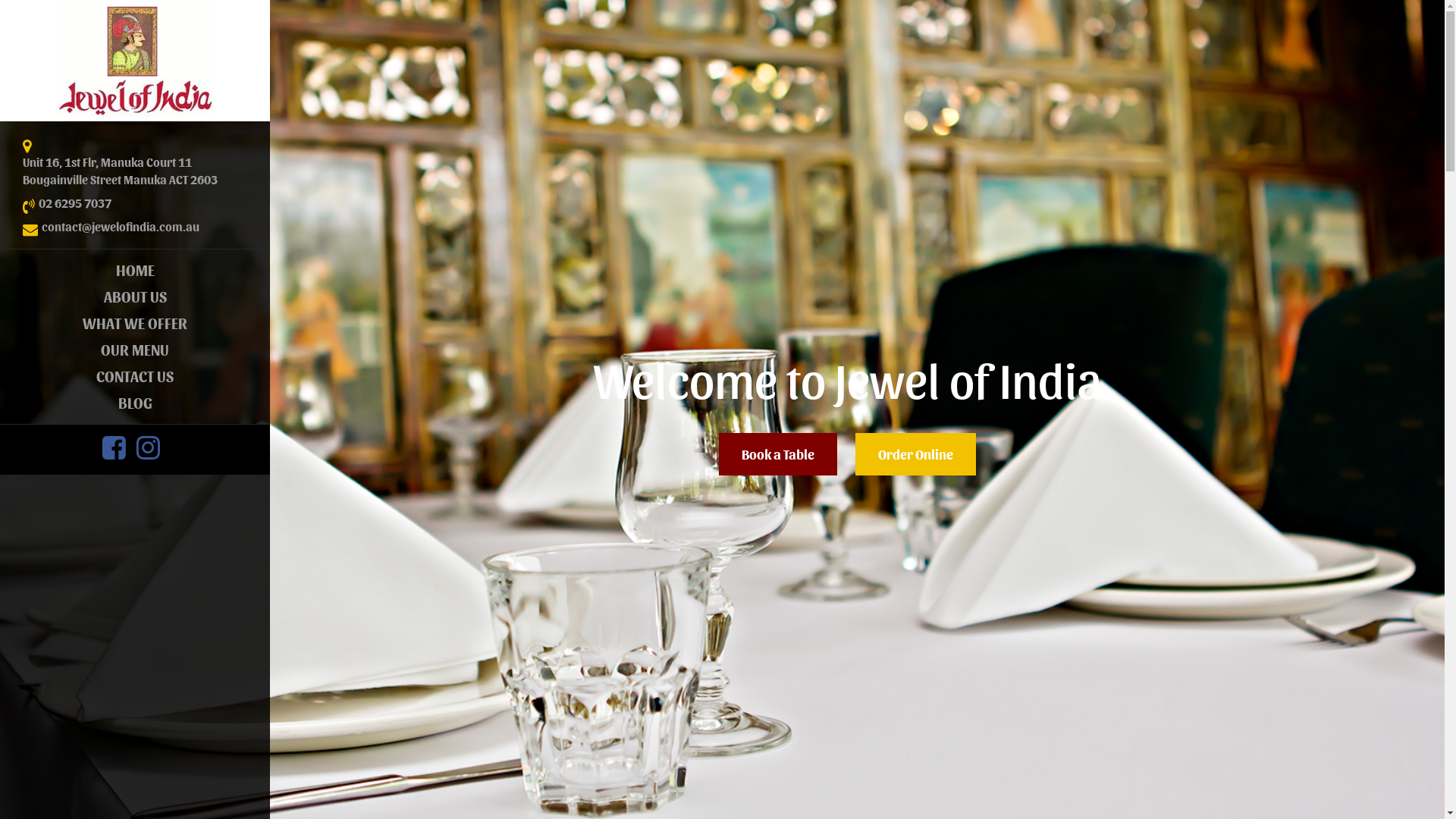  What do you see at coordinates (134, 350) in the screenshot?
I see `'OUR MENU'` at bounding box center [134, 350].